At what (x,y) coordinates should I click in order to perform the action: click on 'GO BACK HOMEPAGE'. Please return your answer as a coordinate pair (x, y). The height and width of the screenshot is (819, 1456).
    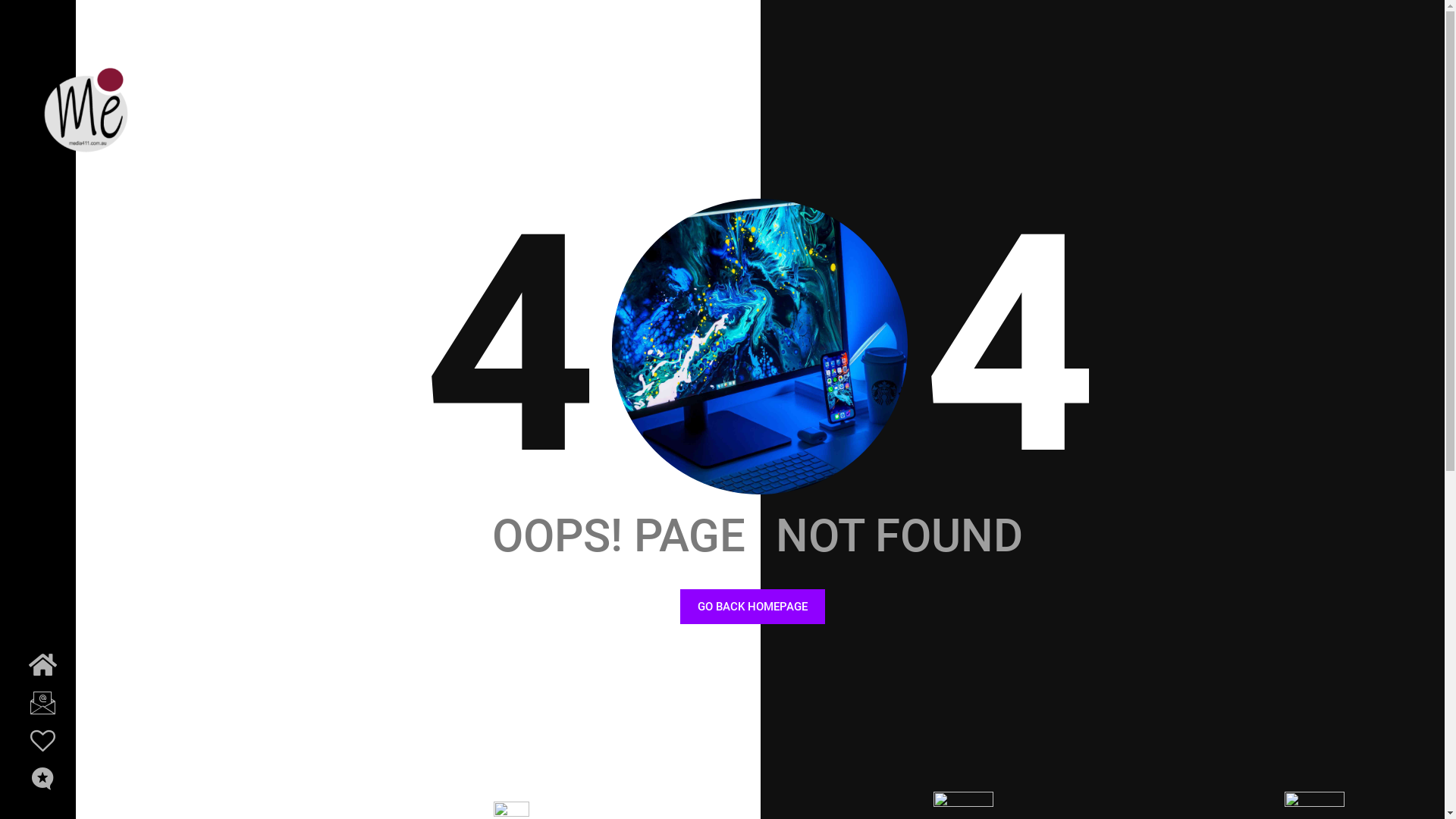
    Looking at the image, I should click on (679, 606).